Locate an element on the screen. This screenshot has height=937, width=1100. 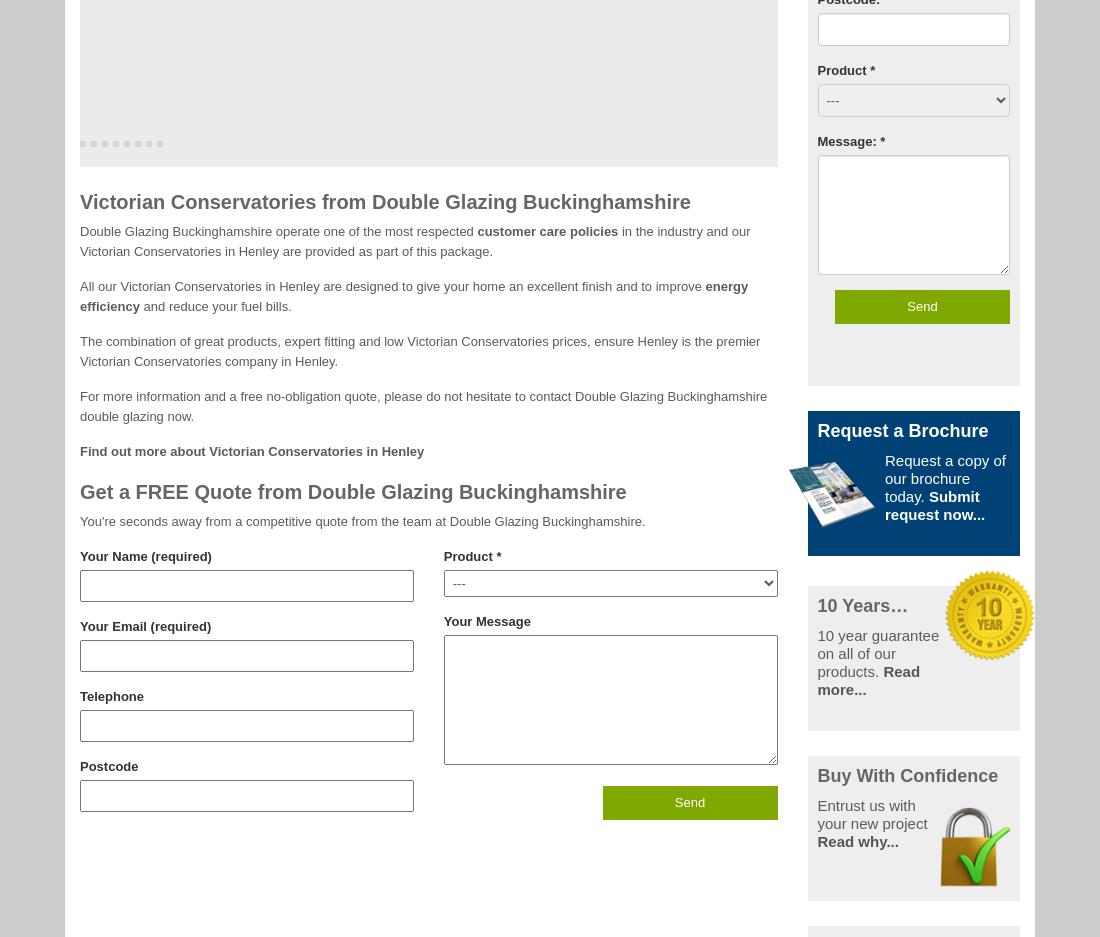
'Your Email (required)' is located at coordinates (144, 625).